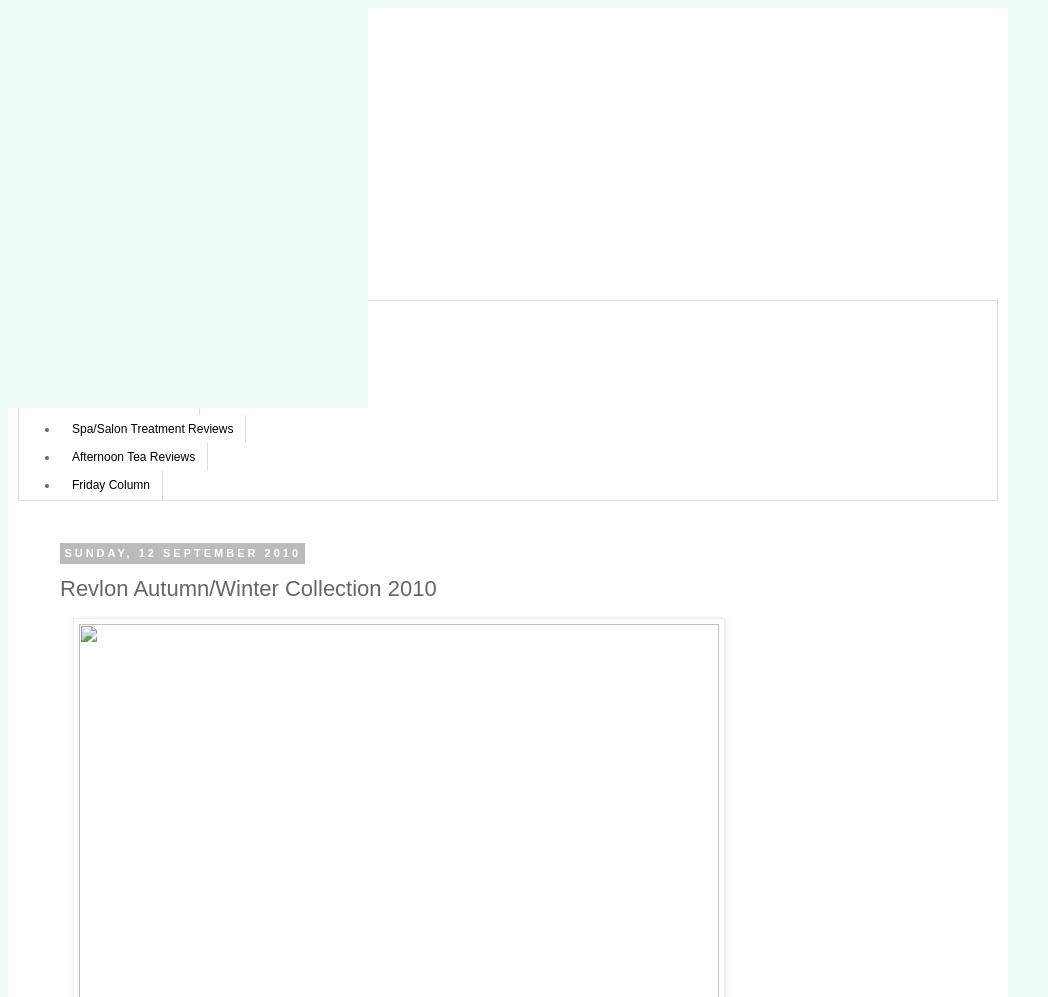 This screenshot has height=997, width=1048. I want to click on 'Friday Column', so click(109, 485).